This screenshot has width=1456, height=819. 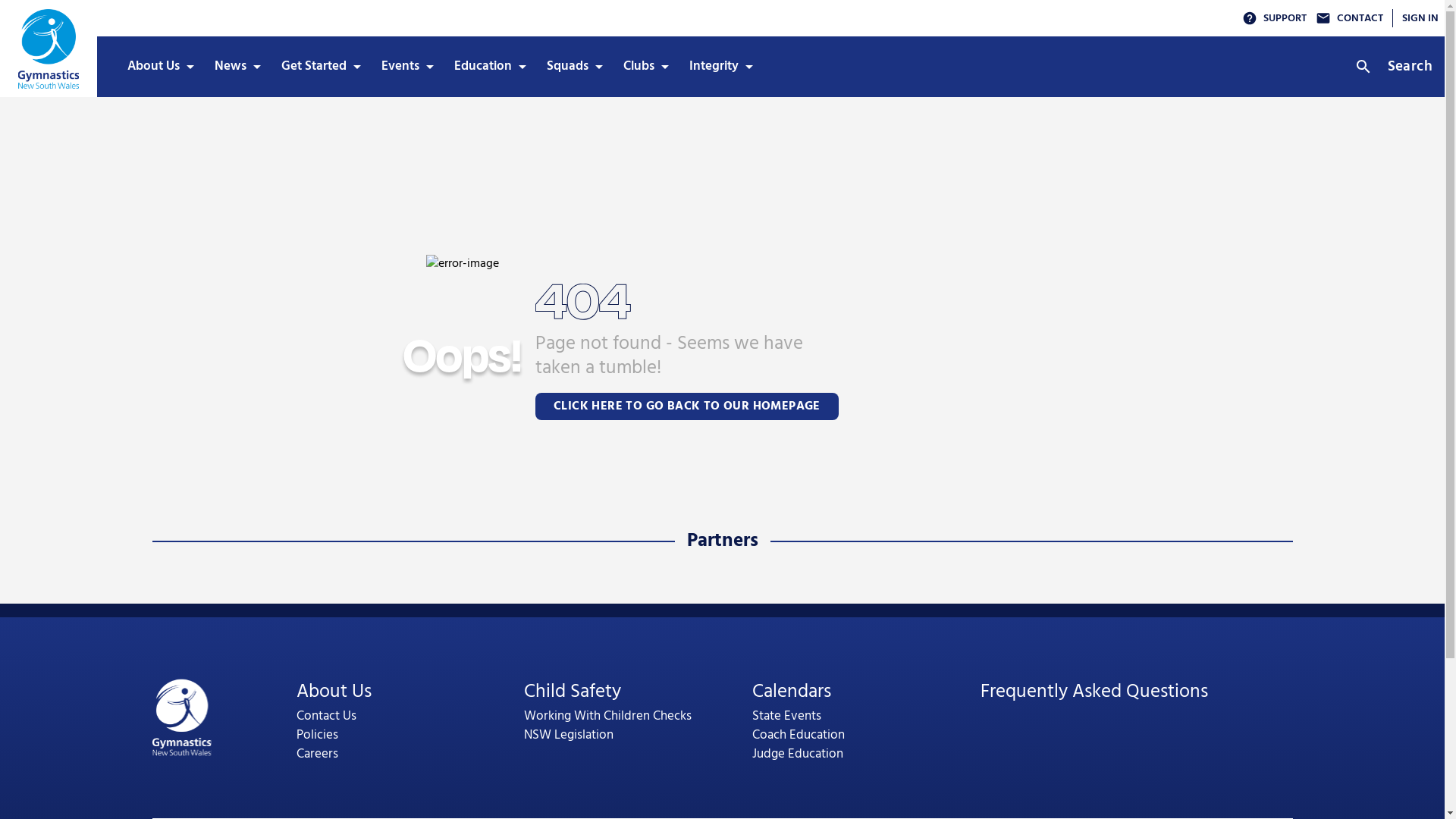 I want to click on 'Events', so click(x=405, y=66).